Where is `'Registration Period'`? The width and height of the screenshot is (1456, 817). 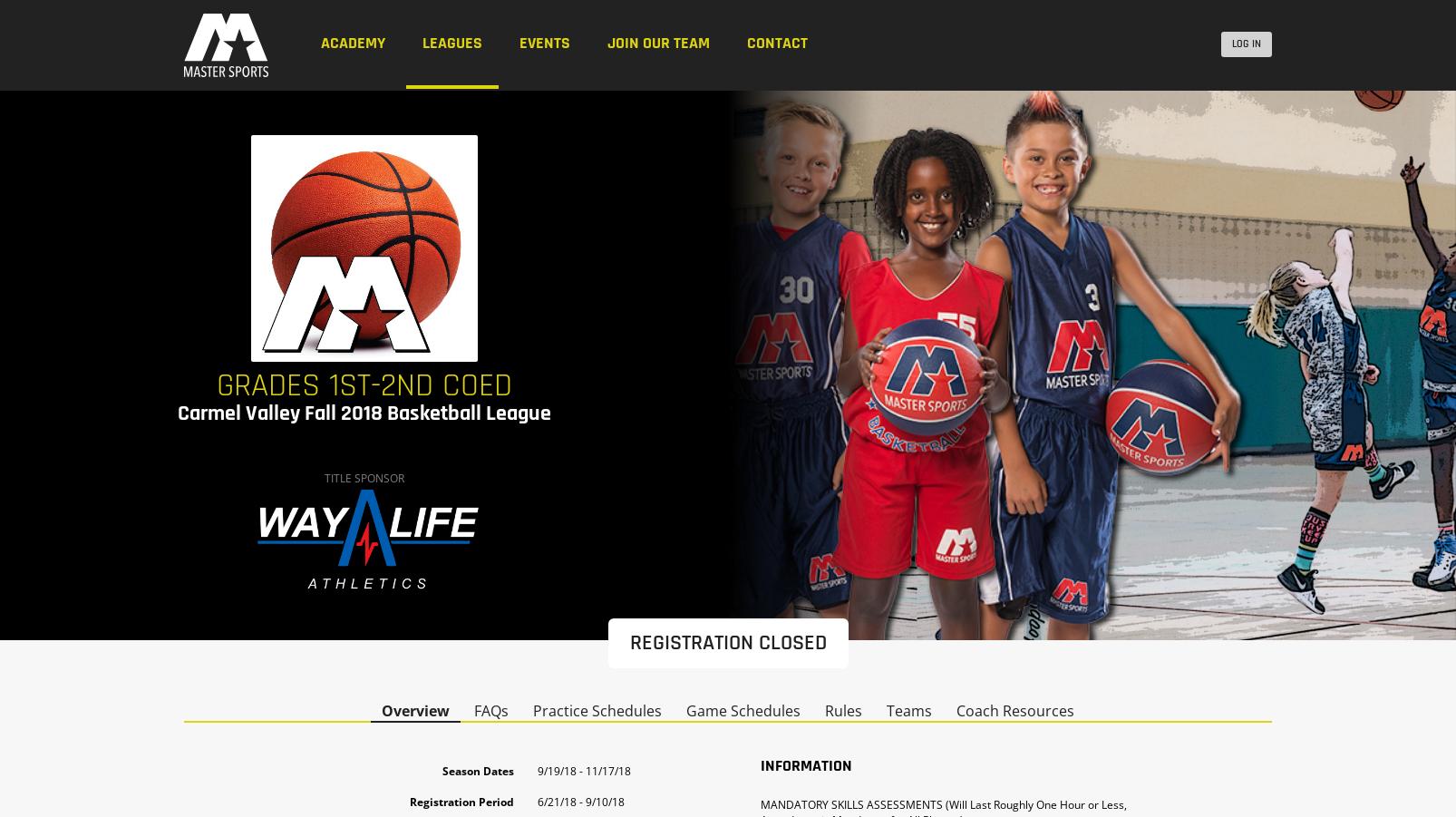
'Registration Period' is located at coordinates (460, 801).